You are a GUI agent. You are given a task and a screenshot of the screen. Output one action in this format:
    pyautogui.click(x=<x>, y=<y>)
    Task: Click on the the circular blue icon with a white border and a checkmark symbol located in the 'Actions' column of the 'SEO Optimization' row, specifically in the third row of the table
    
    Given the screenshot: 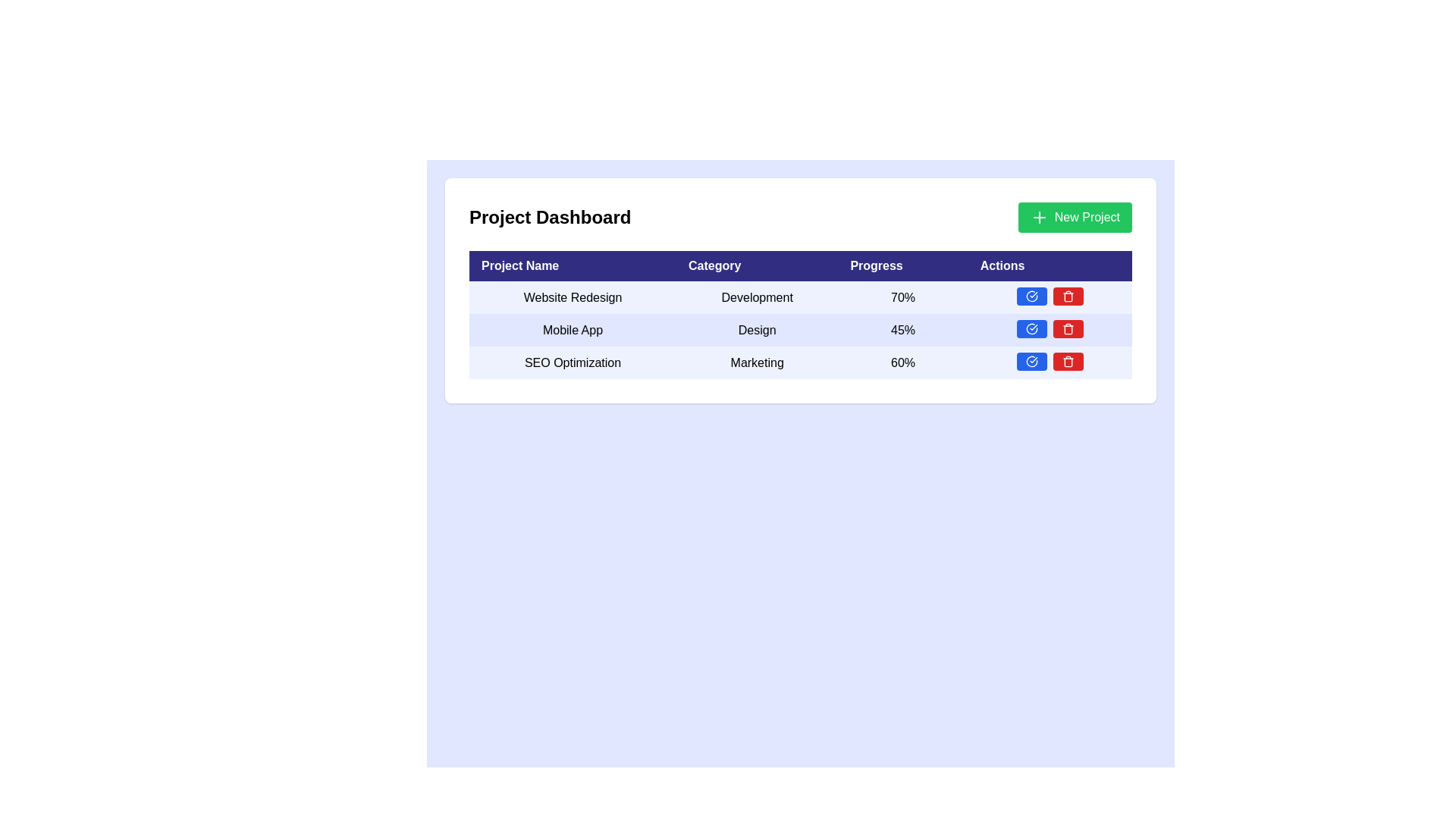 What is the action you would take?
    pyautogui.click(x=1031, y=362)
    